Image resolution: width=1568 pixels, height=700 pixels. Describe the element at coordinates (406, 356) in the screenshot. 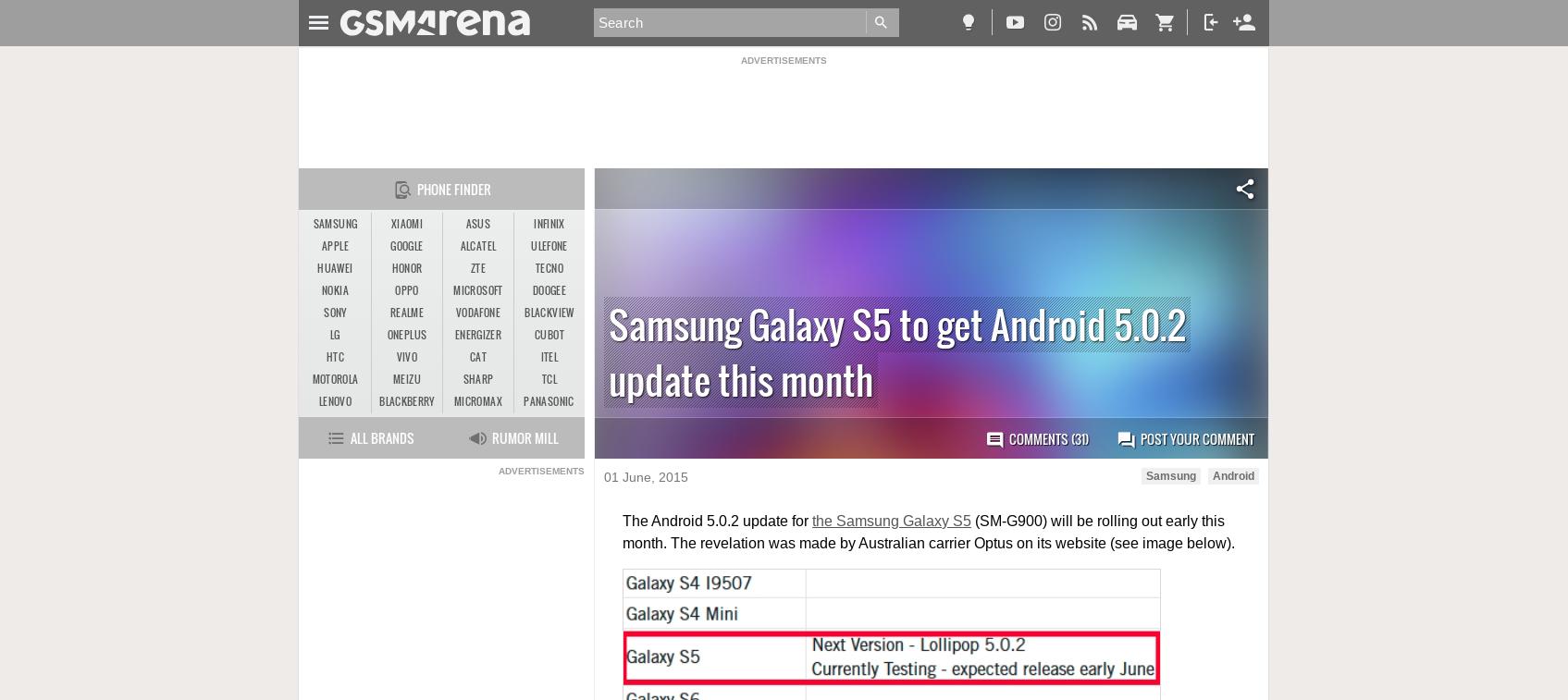

I see `'vivo'` at that location.